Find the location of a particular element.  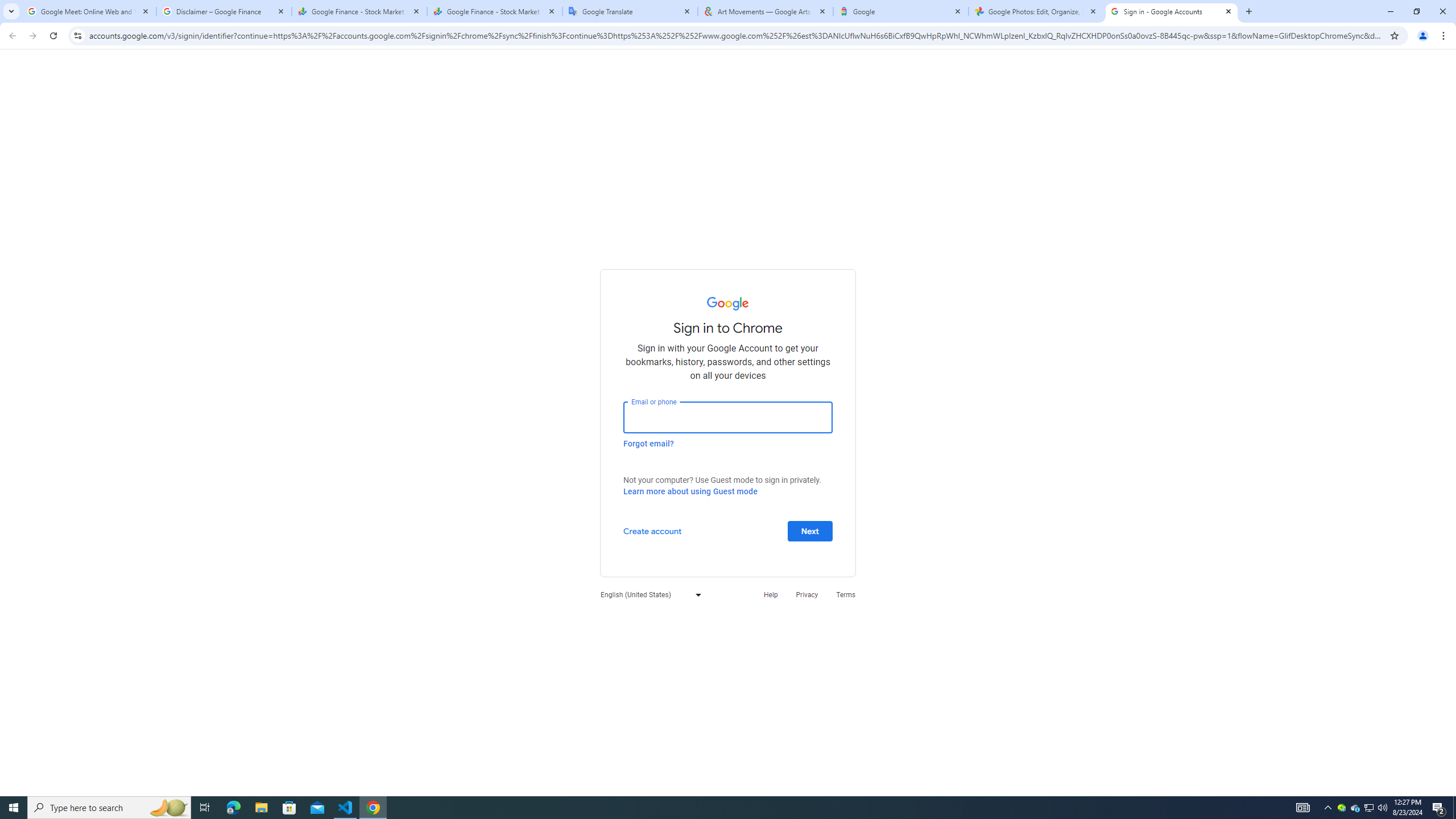

'Sign in - Google Accounts' is located at coordinates (1171, 11).